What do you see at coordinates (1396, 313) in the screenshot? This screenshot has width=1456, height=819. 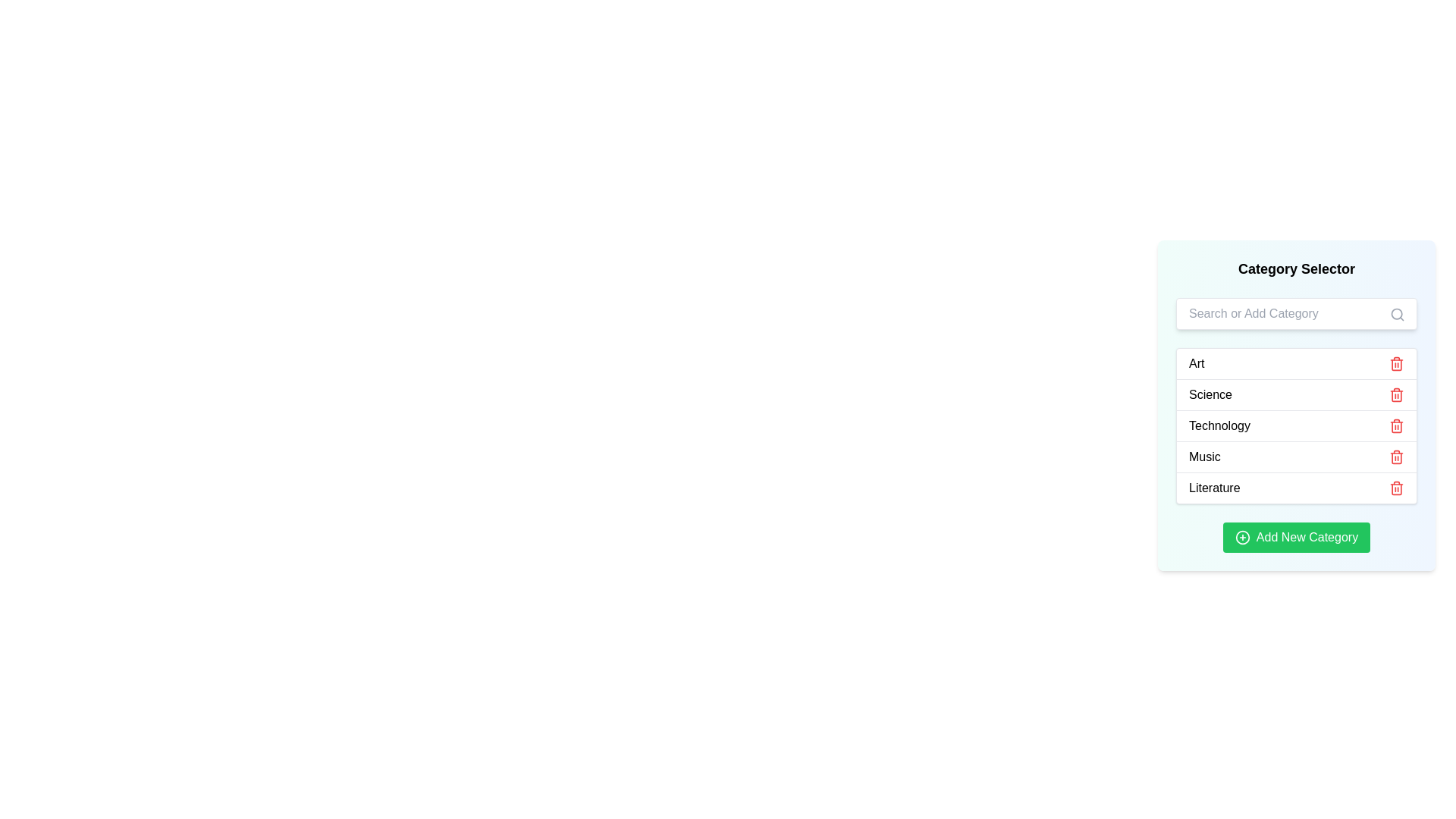 I see `the circular element of the search icon, which is part of the search functionality located on the right side of the 'Search or Add Category' input box` at bounding box center [1396, 313].